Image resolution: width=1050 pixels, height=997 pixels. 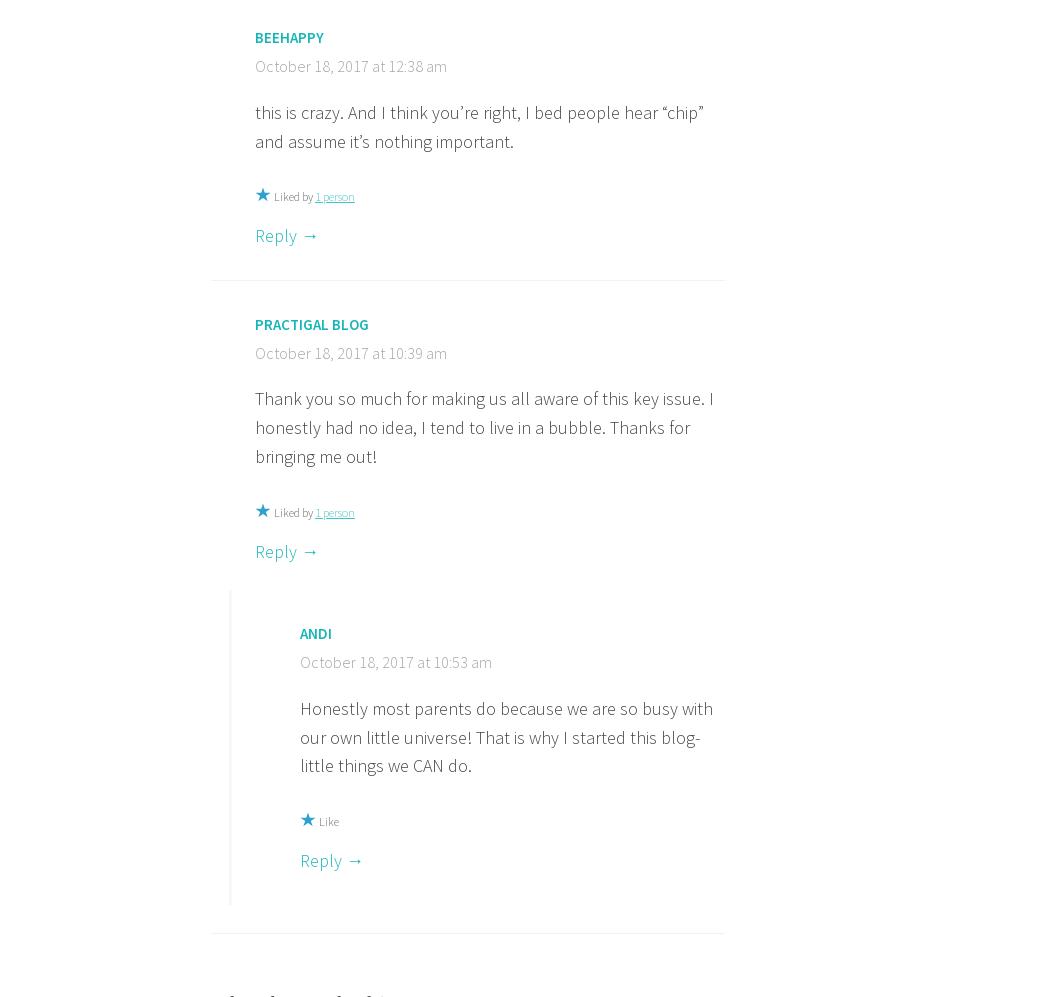 I want to click on 'Like', so click(x=328, y=820).